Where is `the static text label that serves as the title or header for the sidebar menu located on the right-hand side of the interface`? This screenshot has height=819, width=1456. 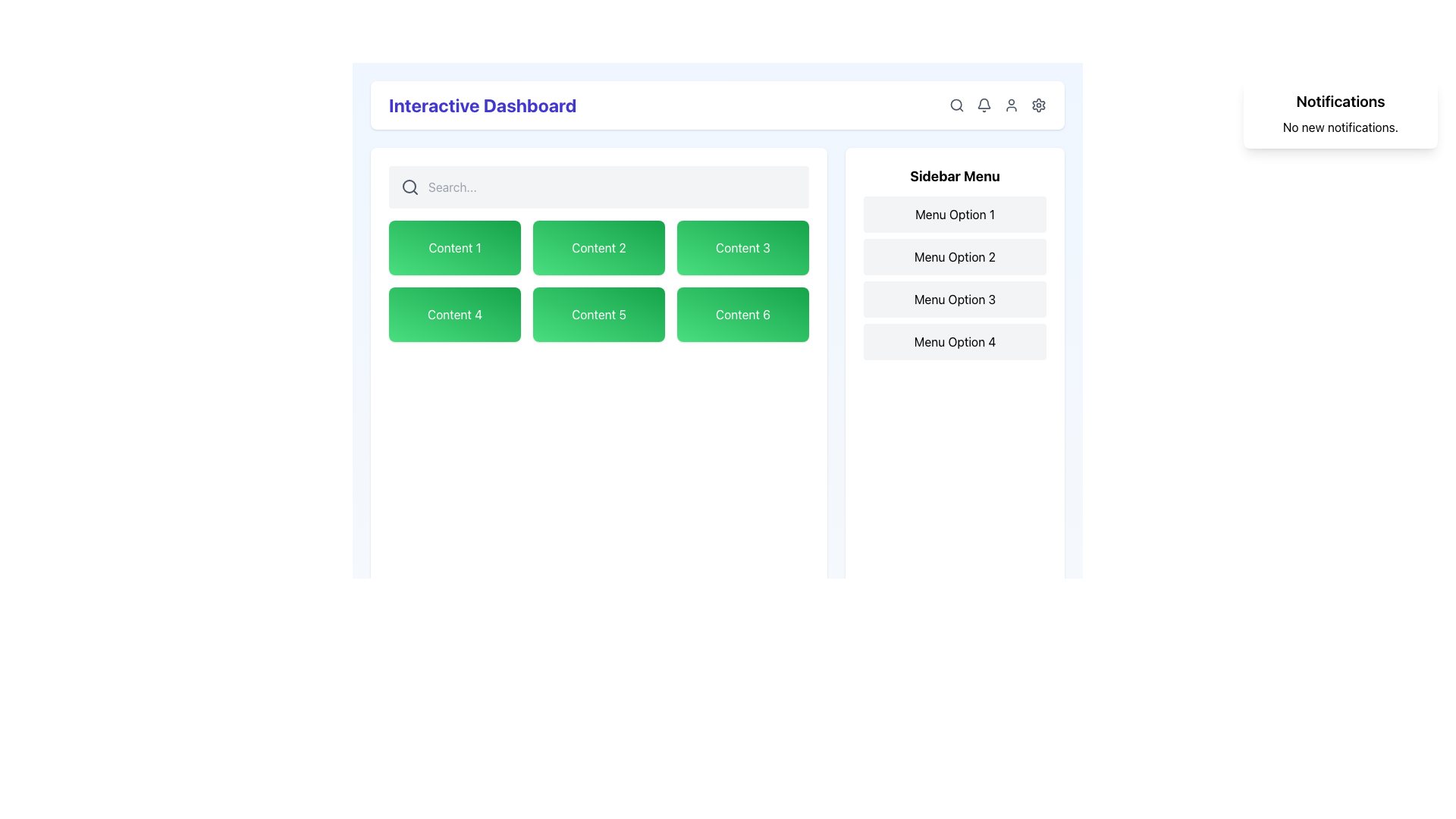
the static text label that serves as the title or header for the sidebar menu located on the right-hand side of the interface is located at coordinates (954, 175).